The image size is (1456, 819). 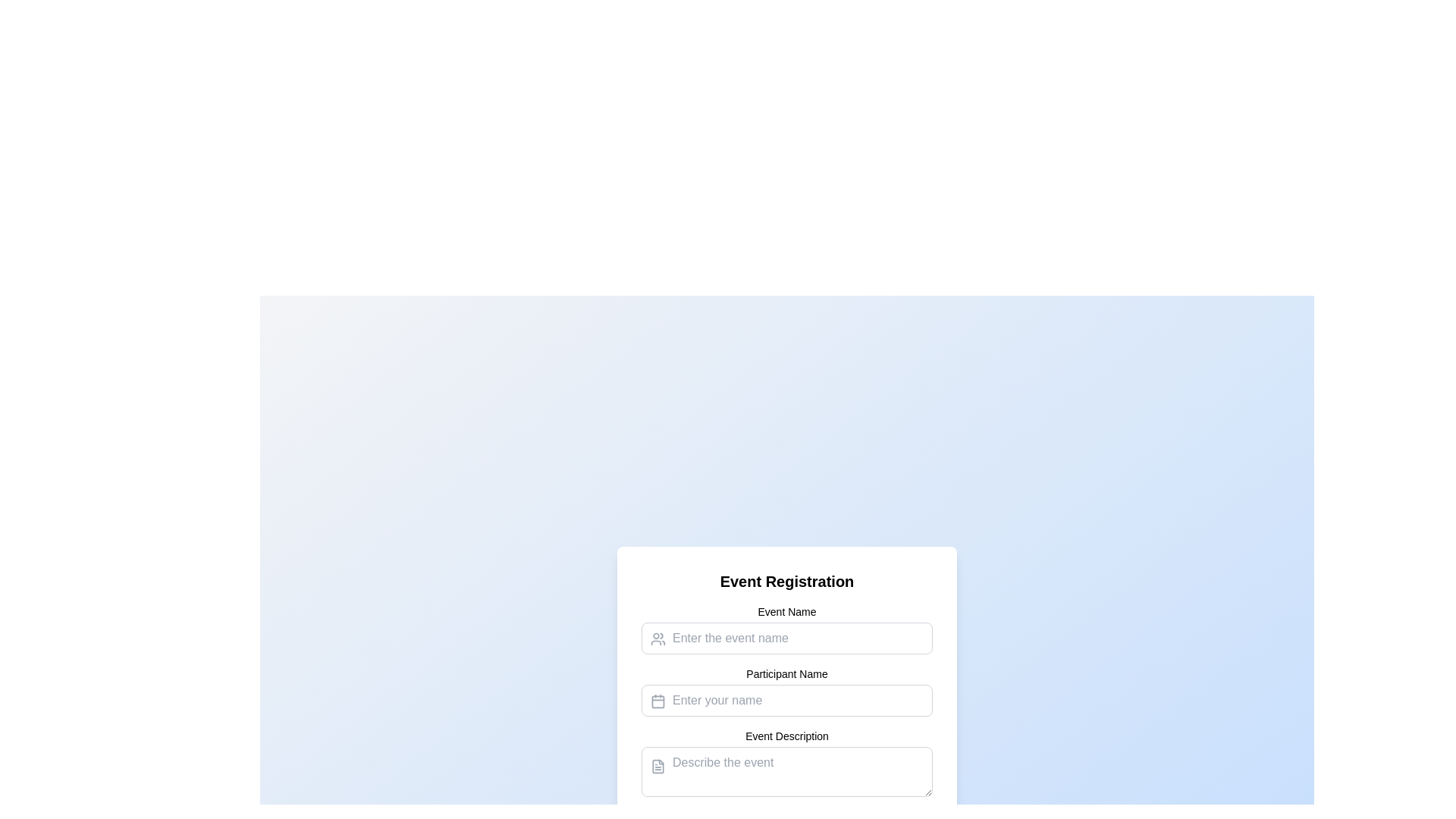 What do you see at coordinates (658, 701) in the screenshot?
I see `the calendar icon located to the left of the 'Enter your name' text field in the 'Participant Name' section` at bounding box center [658, 701].